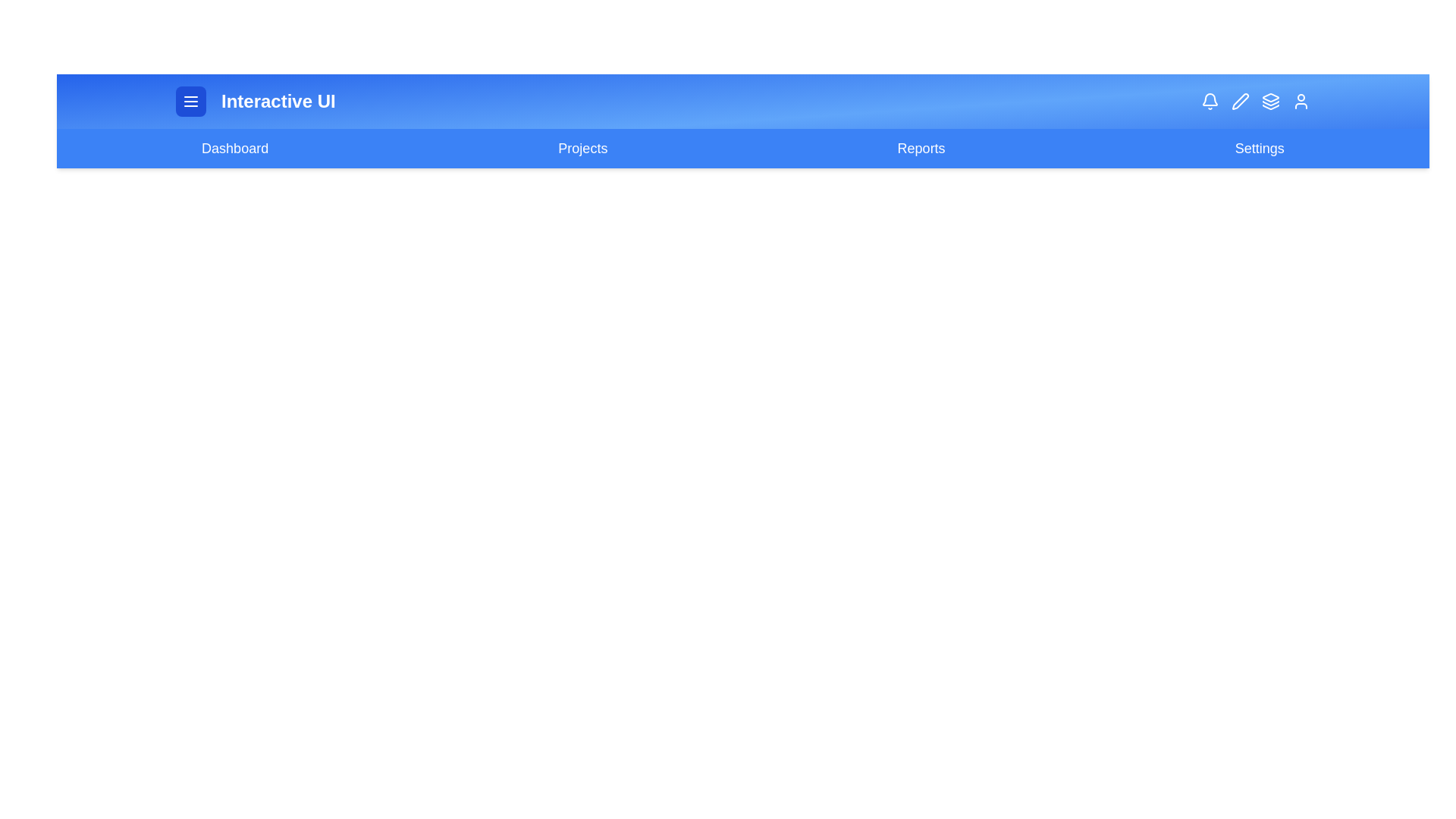 The image size is (1456, 819). What do you see at coordinates (1301, 102) in the screenshot?
I see `the User icon button in the top-right corner` at bounding box center [1301, 102].